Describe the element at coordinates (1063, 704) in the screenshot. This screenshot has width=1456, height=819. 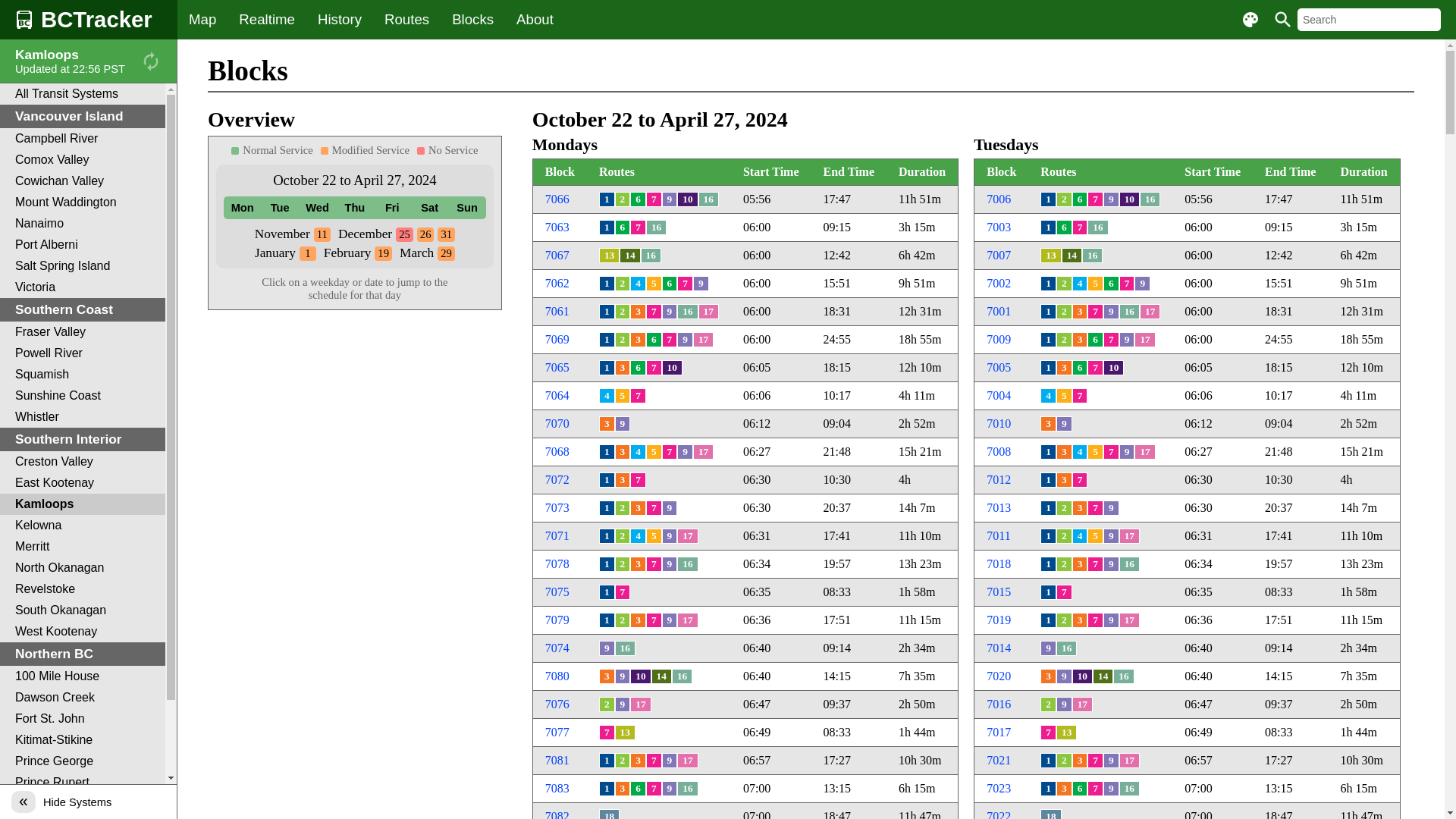
I see `'9'` at that location.